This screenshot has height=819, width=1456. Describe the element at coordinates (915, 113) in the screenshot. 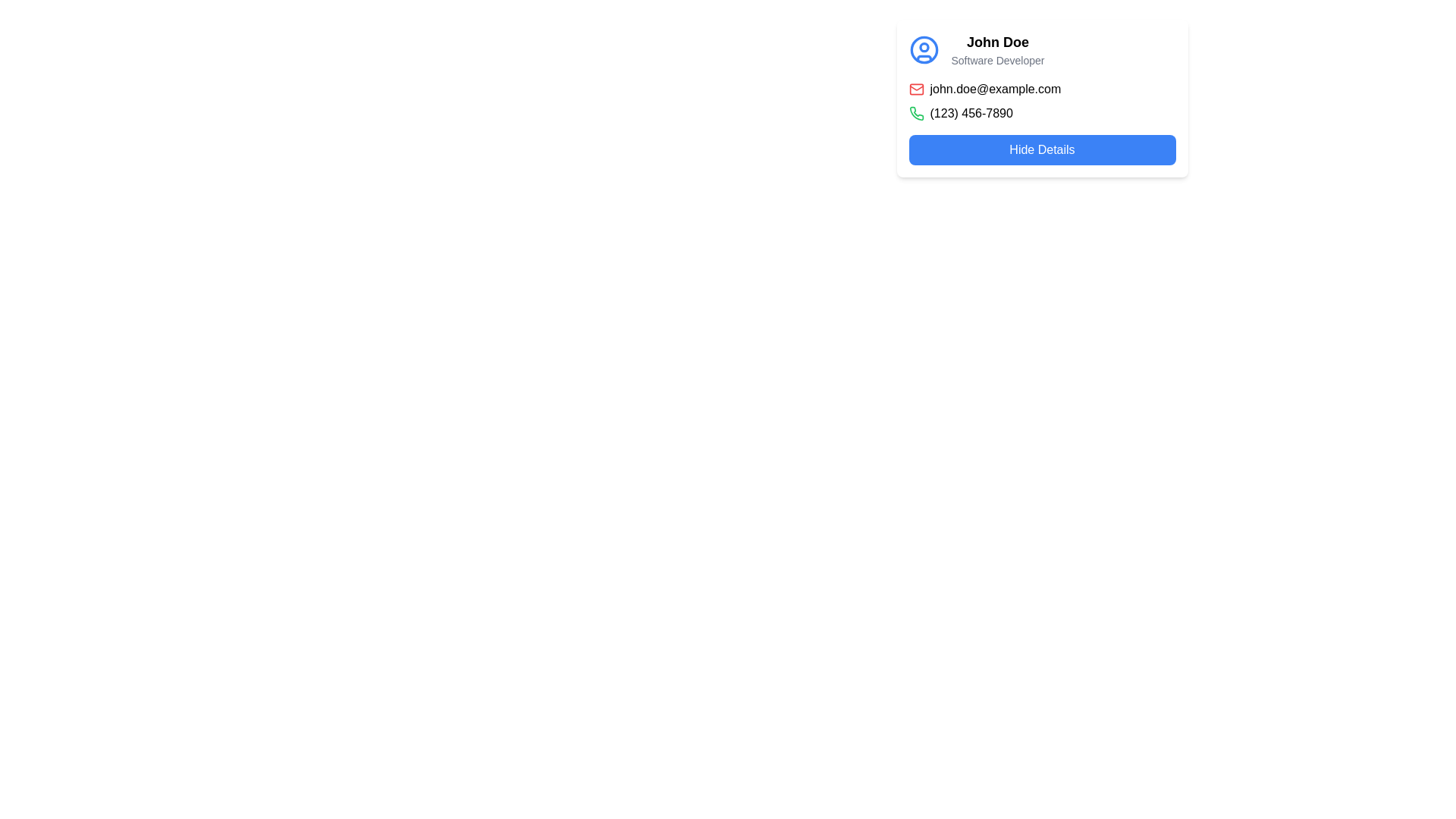

I see `the associated phone number by interacting with the green phone icon located within the contact information card, adjacent to the phone number '(123) 456-7890'` at that location.